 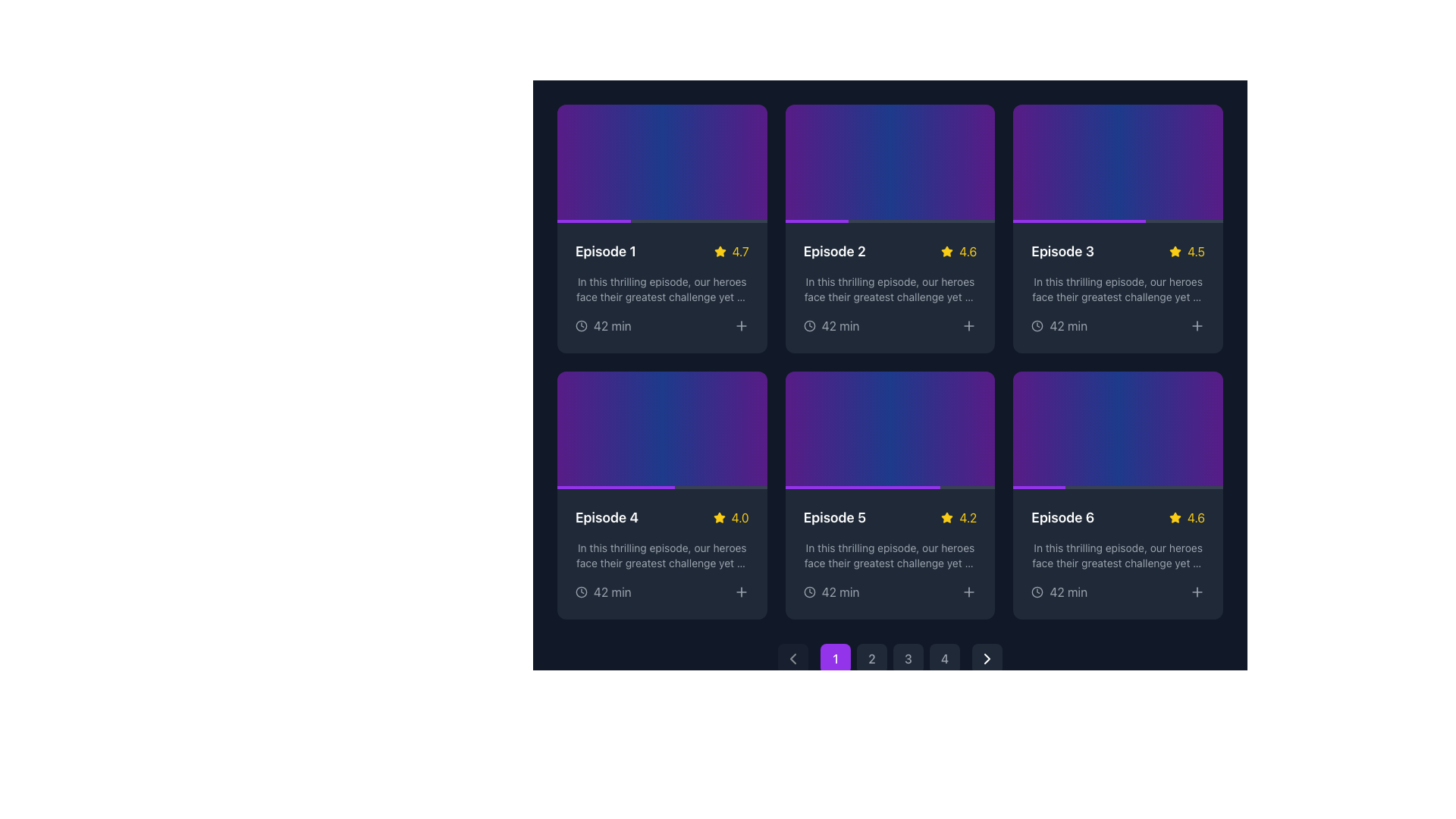 I want to click on the label displaying '42 min', which is styled in gray and located next to a clock icon at the bottom-left corner of the 'Episode 5' card, so click(x=839, y=591).